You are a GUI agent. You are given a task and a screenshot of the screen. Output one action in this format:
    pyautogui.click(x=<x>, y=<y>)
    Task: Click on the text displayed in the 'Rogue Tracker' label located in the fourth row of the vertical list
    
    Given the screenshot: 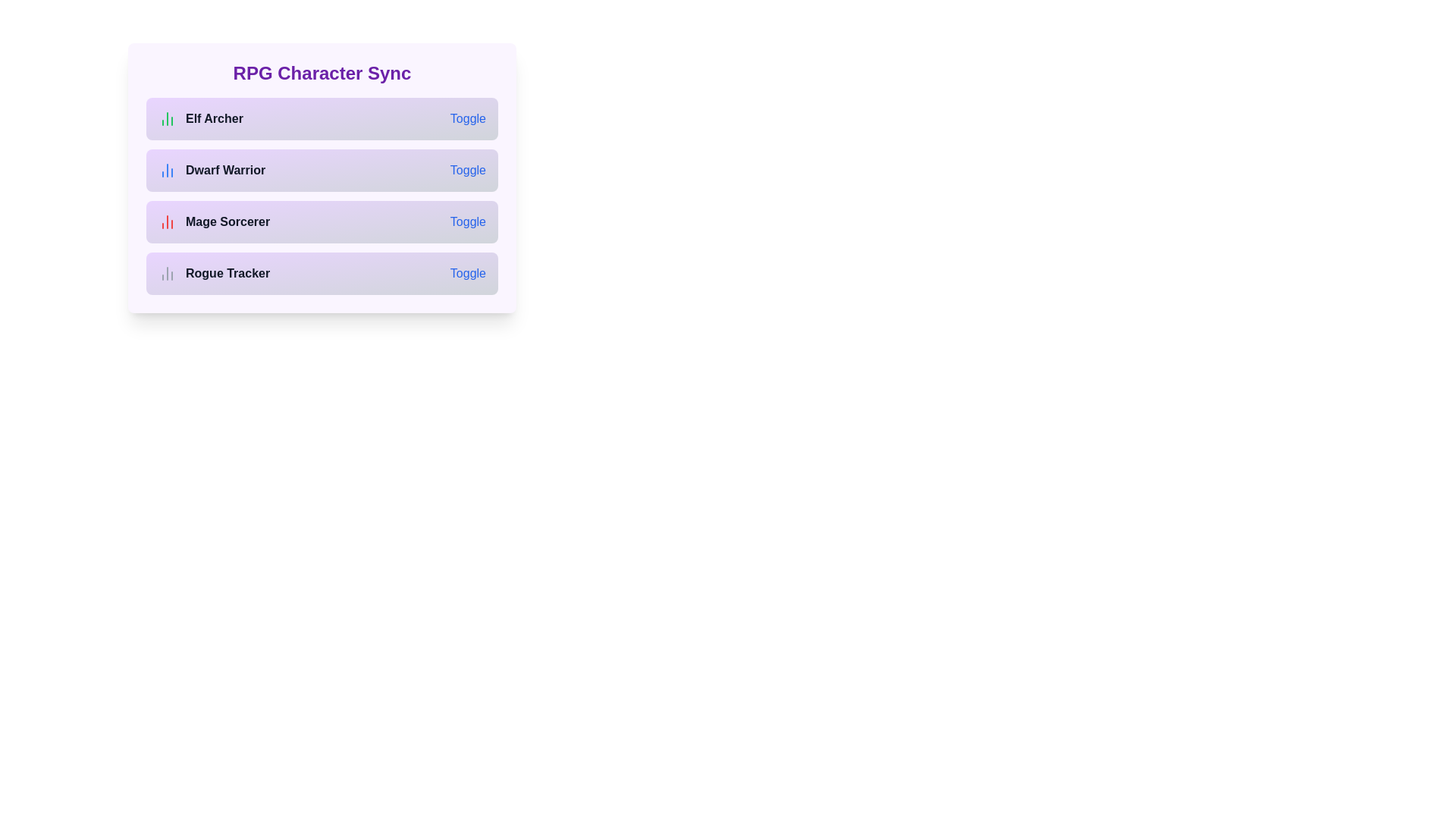 What is the action you would take?
    pyautogui.click(x=227, y=274)
    